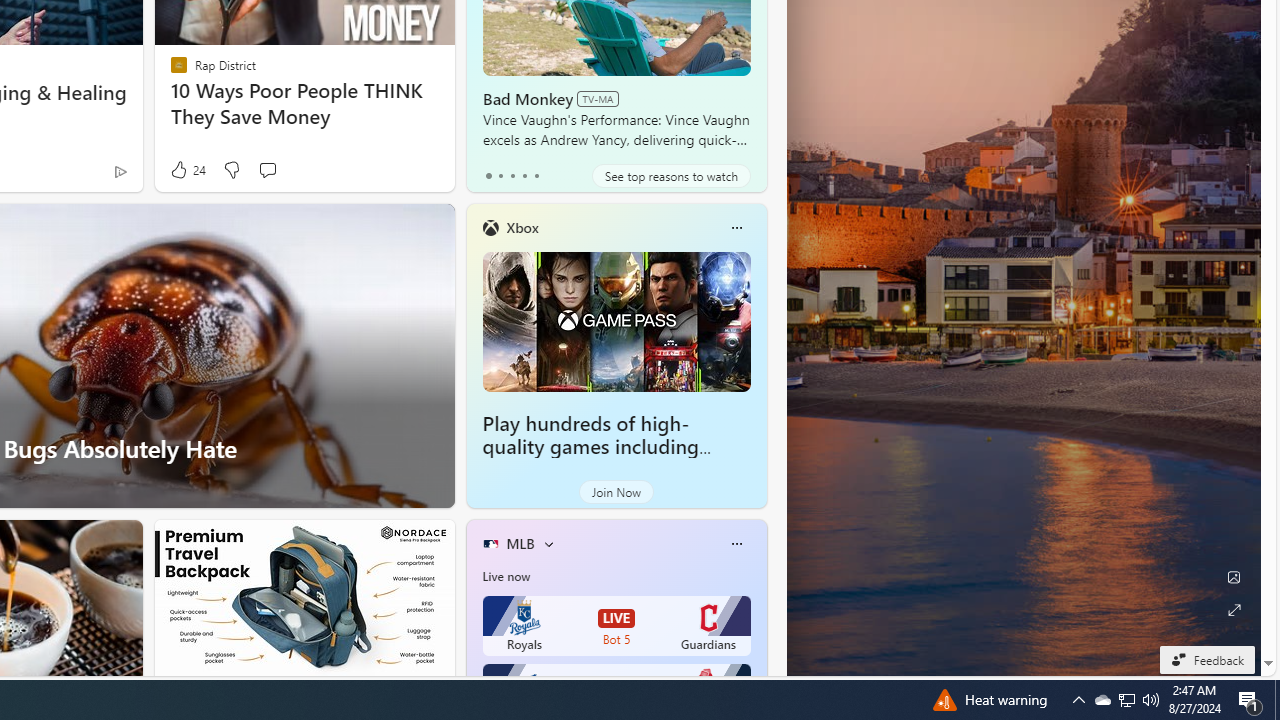  What do you see at coordinates (1205, 659) in the screenshot?
I see `'Feedback'` at bounding box center [1205, 659].